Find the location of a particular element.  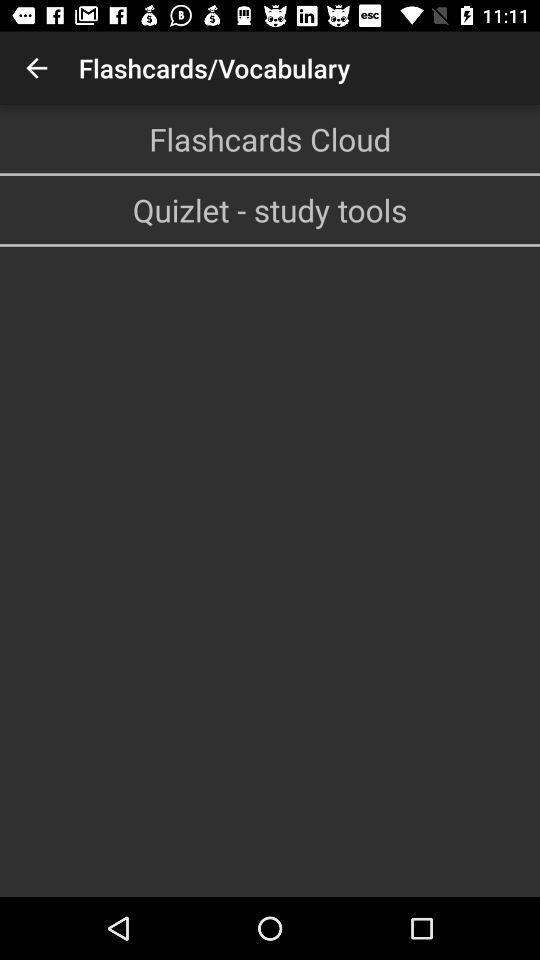

the item above the flashcards cloud is located at coordinates (36, 68).